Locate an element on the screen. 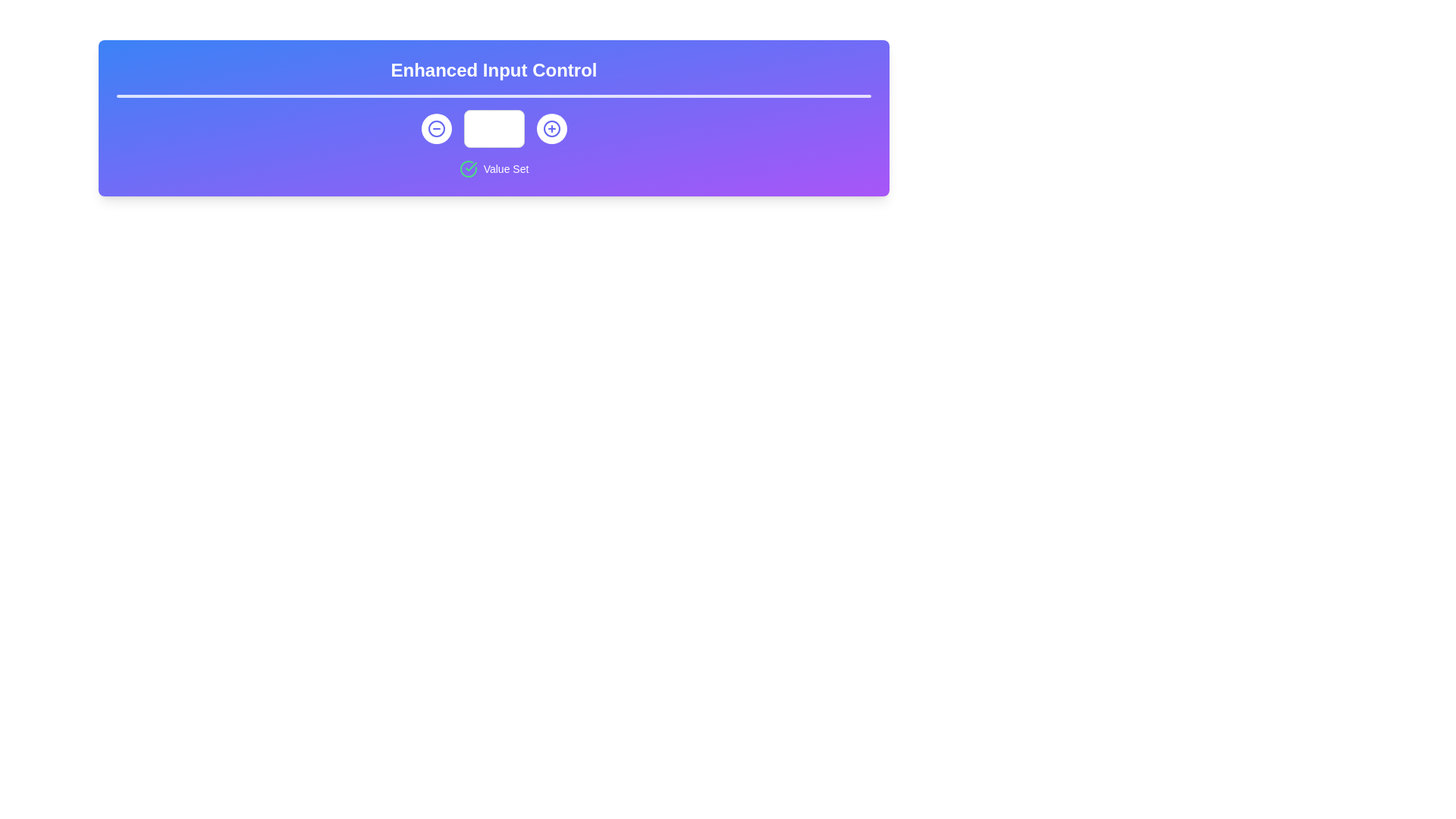 This screenshot has height=819, width=1456. the SVG circle element located centrally in the circle-minus icon to the left of the input field is located at coordinates (435, 127).